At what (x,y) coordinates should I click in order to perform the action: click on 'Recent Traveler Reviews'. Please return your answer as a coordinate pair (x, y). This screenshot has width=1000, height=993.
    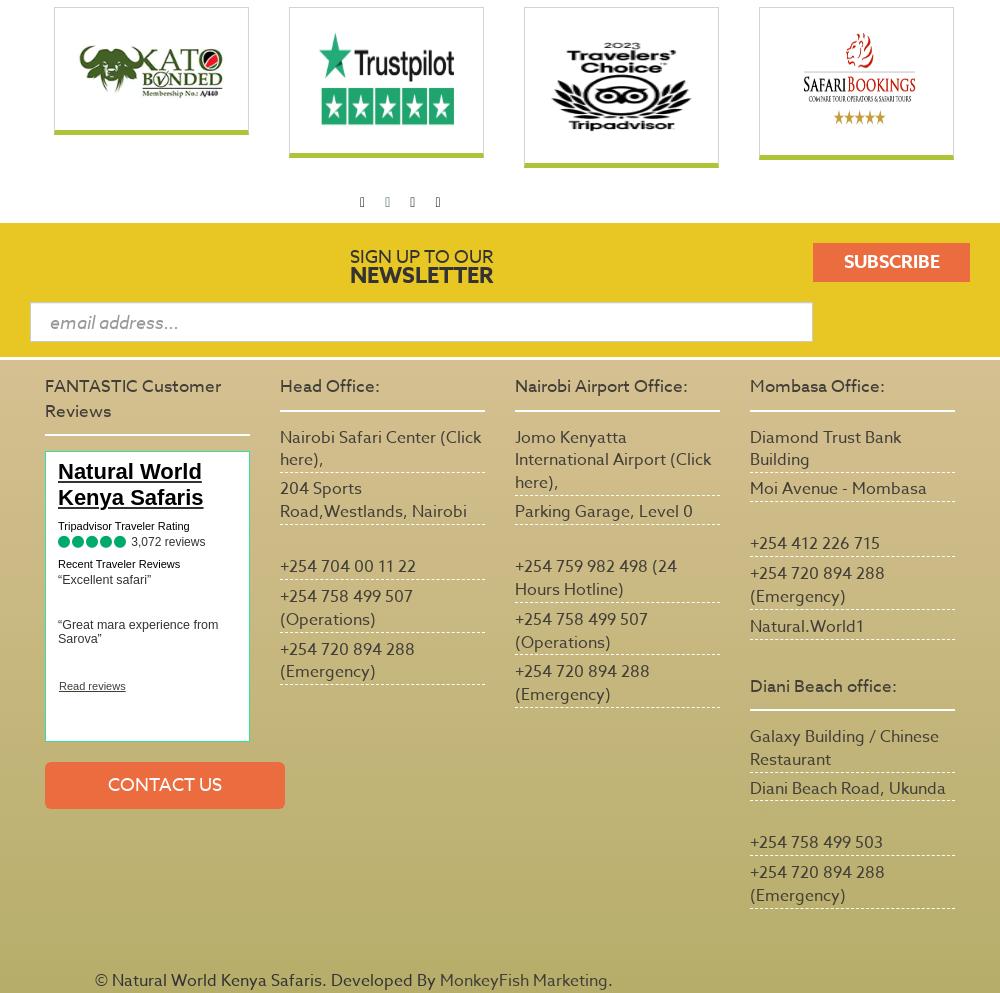
    Looking at the image, I should click on (118, 562).